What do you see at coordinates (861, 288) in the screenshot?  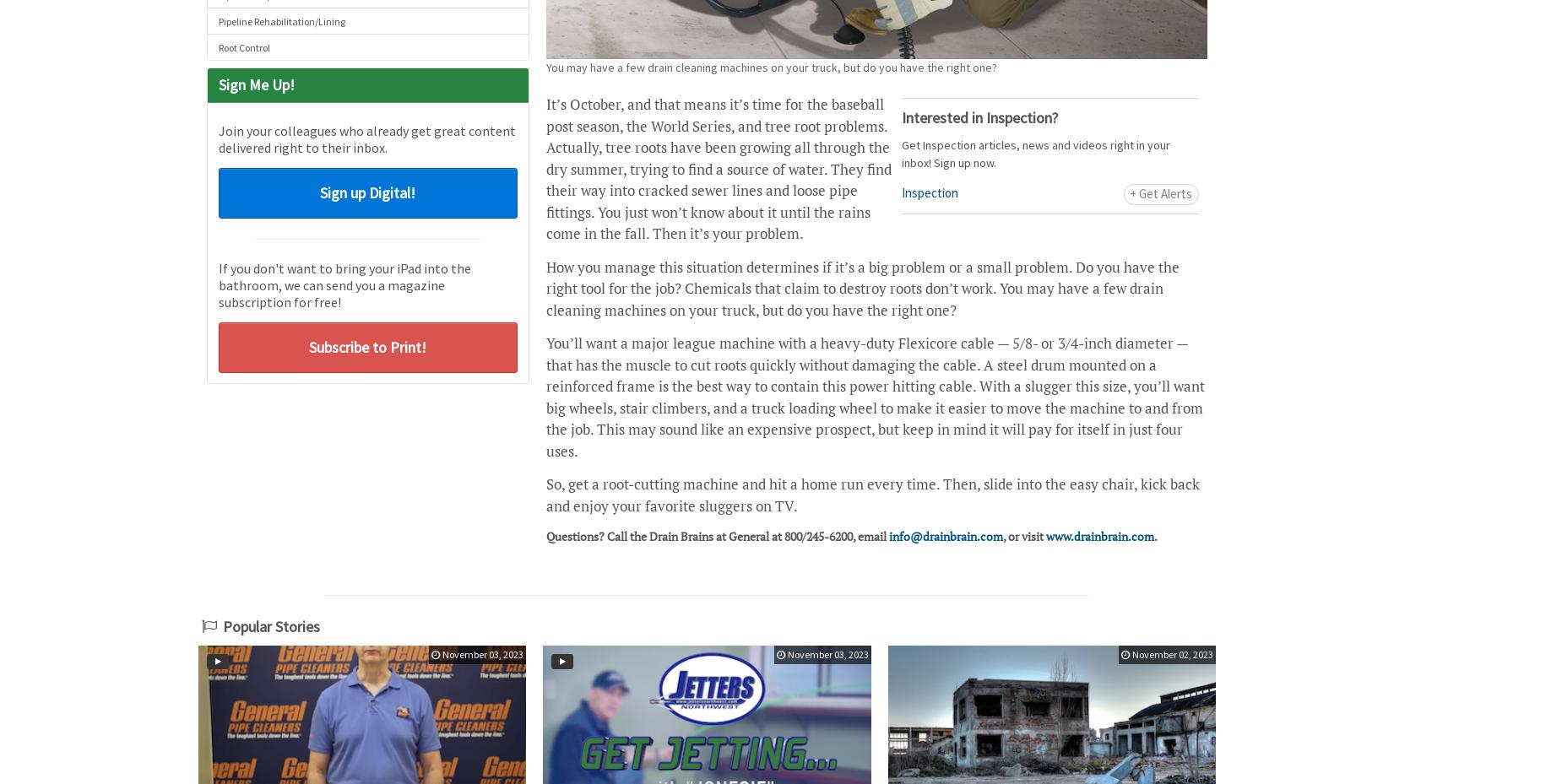 I see `'How you manage this situation determines if it’s a big problem or a small problem. Do you have the right tool for the job? Chemicals that claim to destroy roots don’t work. You may have a few drain cleaning machines on your truck, but do you have the right one?'` at bounding box center [861, 288].